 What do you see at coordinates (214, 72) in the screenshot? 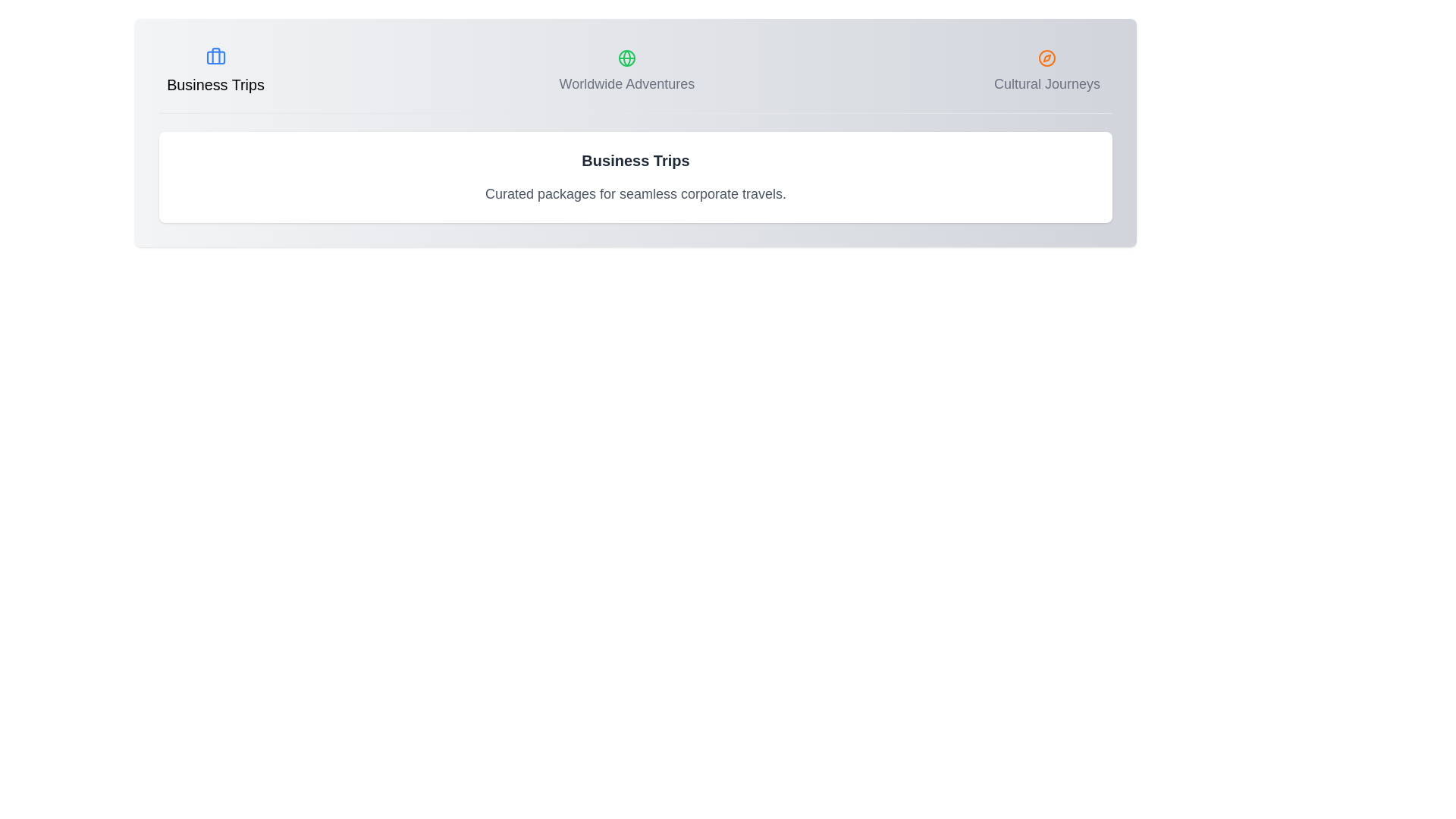
I see `the tab labeled 'Business Trips' to observe visual feedback` at bounding box center [214, 72].